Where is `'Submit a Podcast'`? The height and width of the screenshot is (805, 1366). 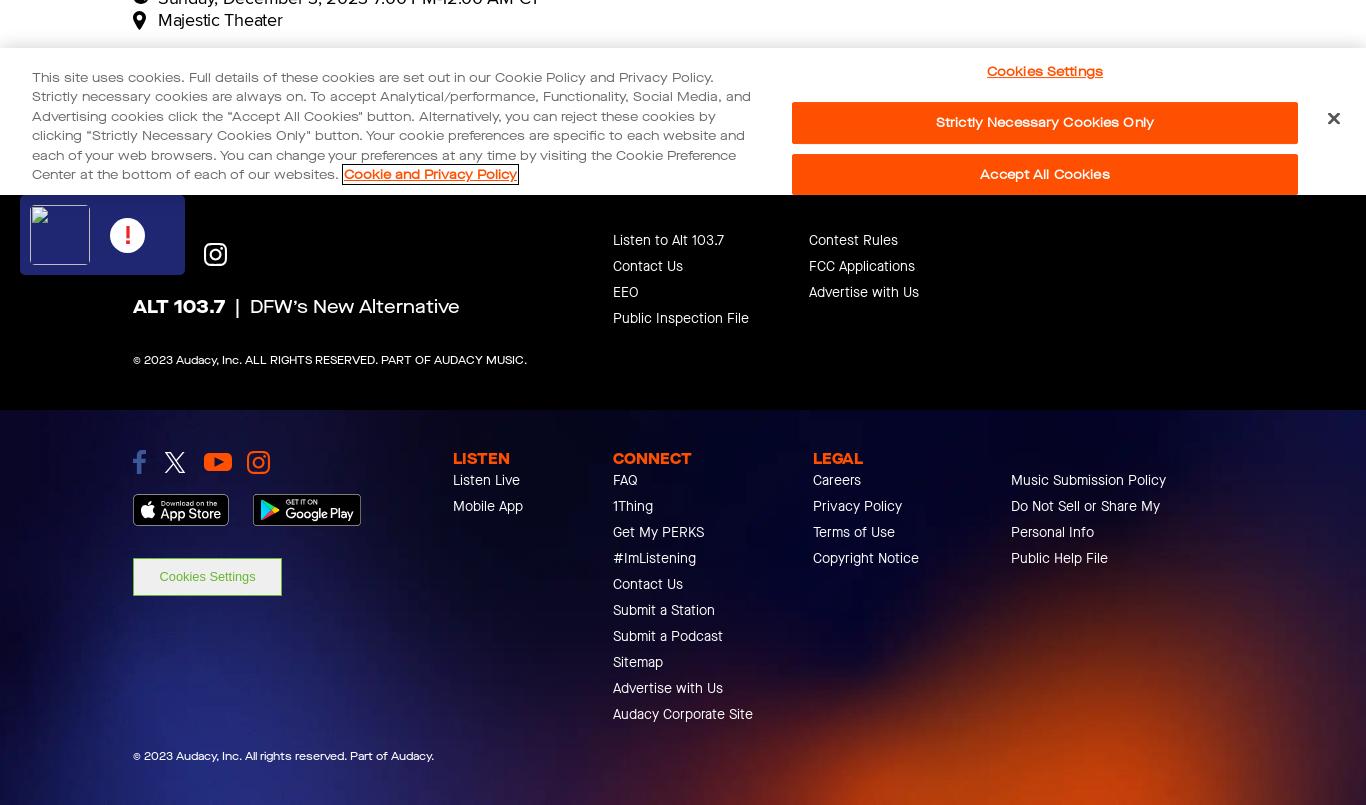 'Submit a Podcast' is located at coordinates (612, 635).